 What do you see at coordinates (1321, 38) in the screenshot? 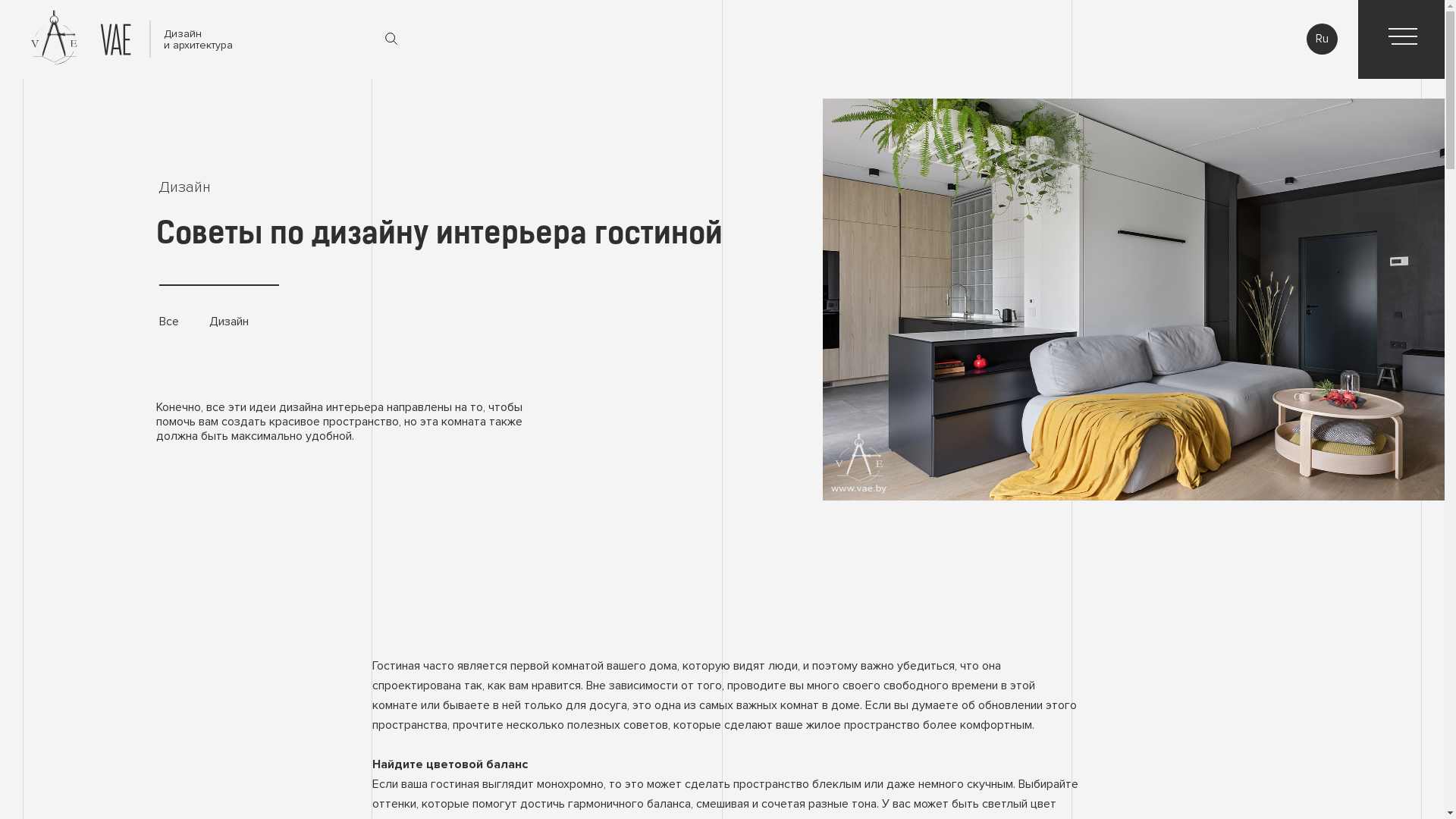
I see `'Ru'` at bounding box center [1321, 38].